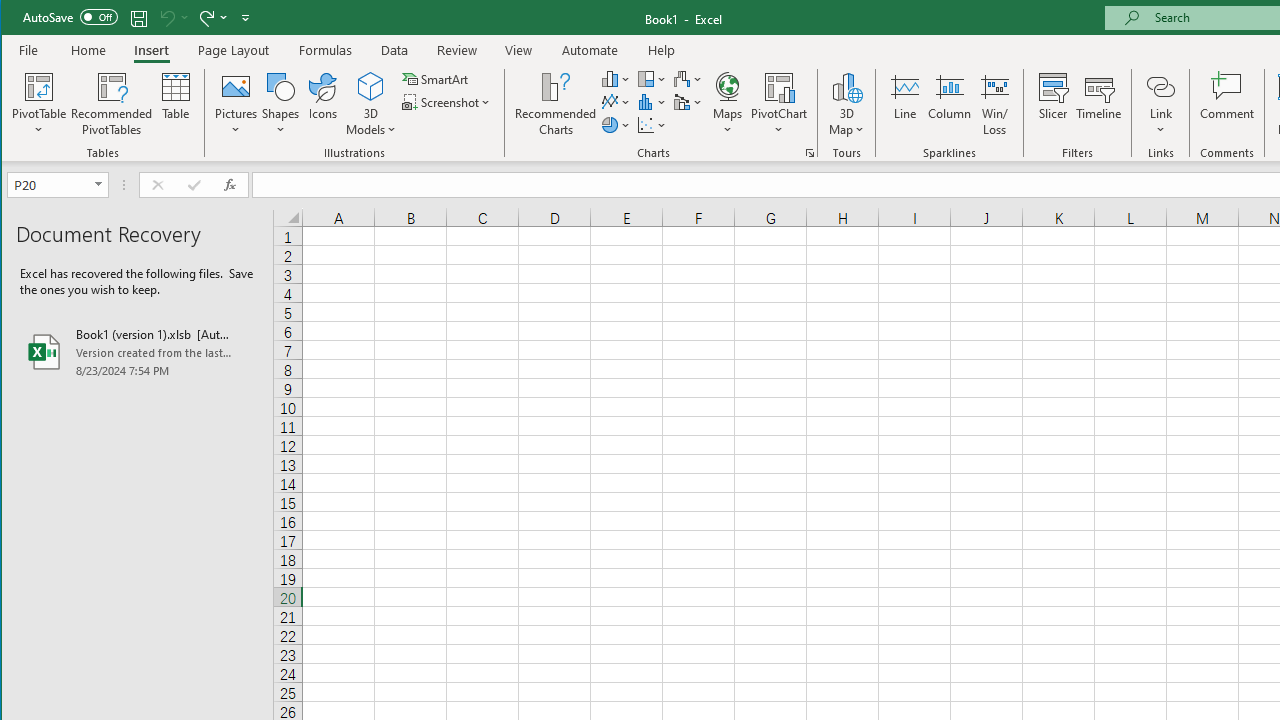 The image size is (1280, 720). What do you see at coordinates (447, 102) in the screenshot?
I see `'Screenshot'` at bounding box center [447, 102].